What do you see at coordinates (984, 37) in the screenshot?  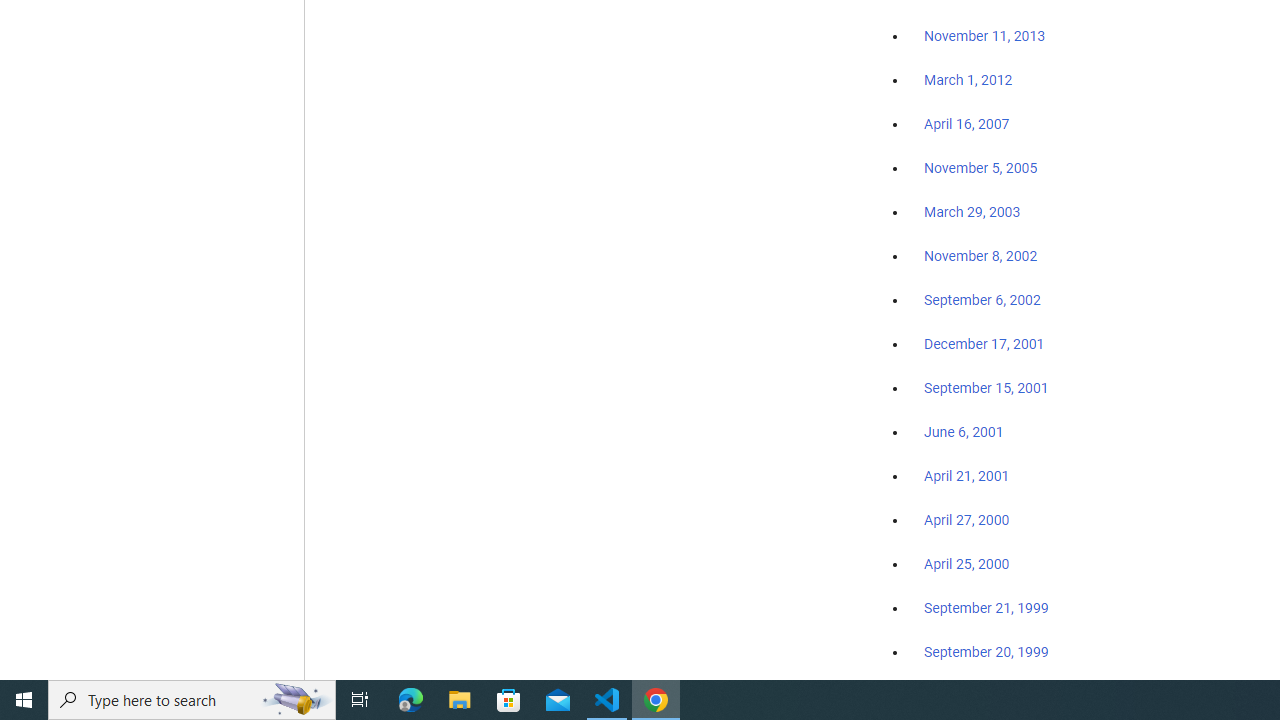 I see `'November 11, 2013'` at bounding box center [984, 37].